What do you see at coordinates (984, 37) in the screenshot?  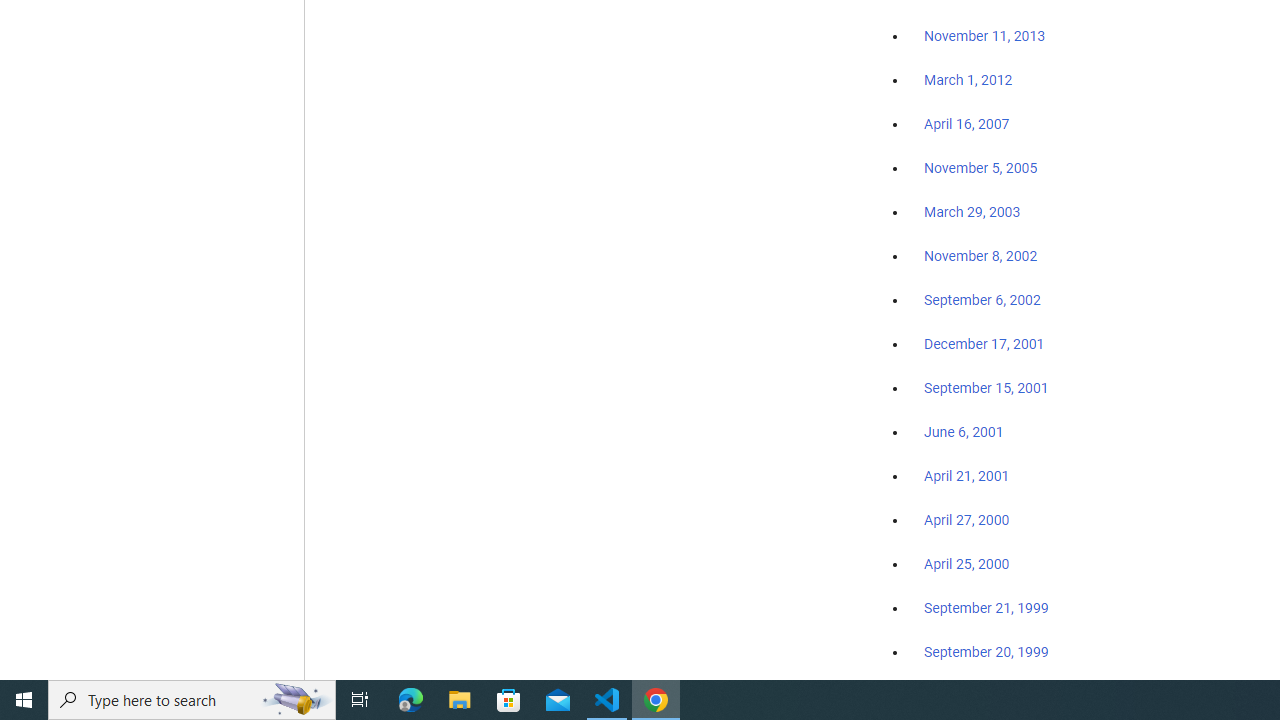 I see `'November 11, 2013'` at bounding box center [984, 37].